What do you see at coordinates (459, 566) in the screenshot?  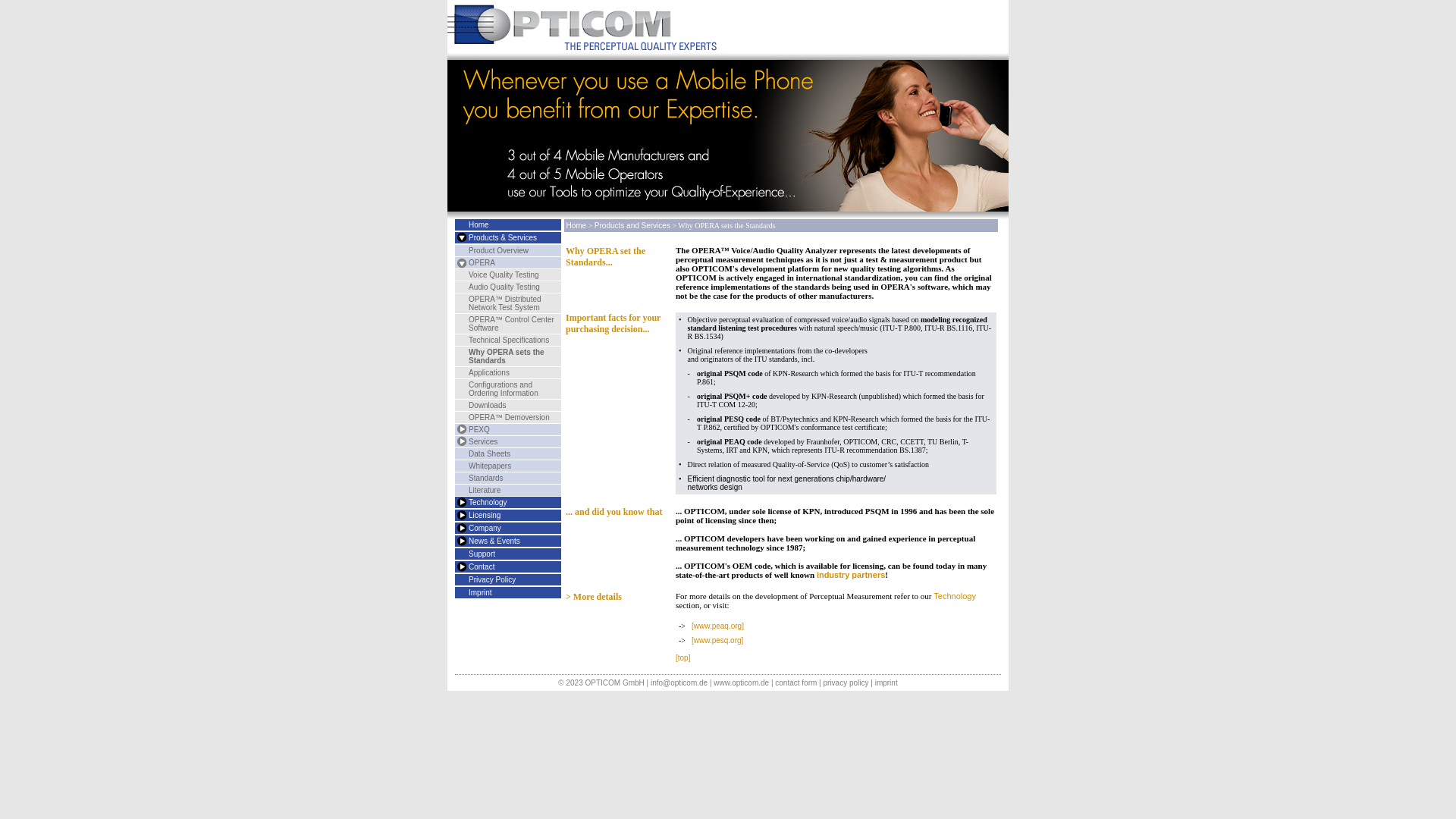 I see `'Contact'` at bounding box center [459, 566].